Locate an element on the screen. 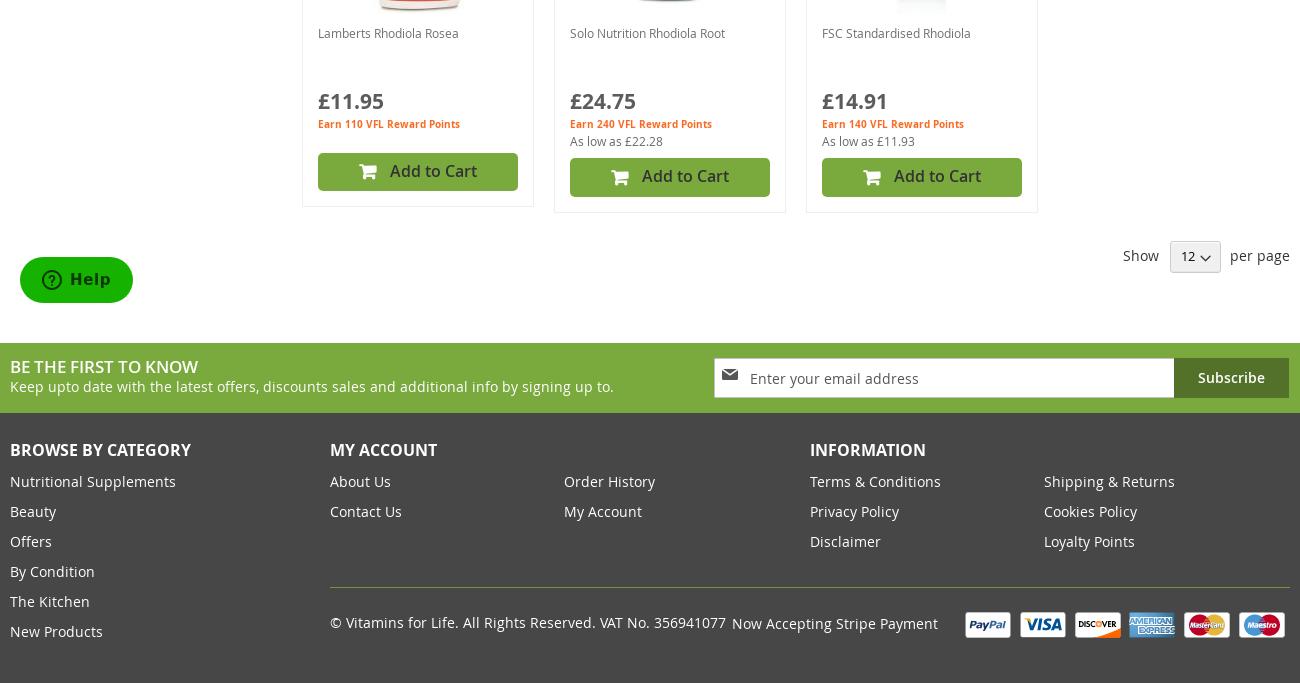 The height and width of the screenshot is (683, 1300). 'Earn  110 VFL Reward Points' is located at coordinates (388, 123).